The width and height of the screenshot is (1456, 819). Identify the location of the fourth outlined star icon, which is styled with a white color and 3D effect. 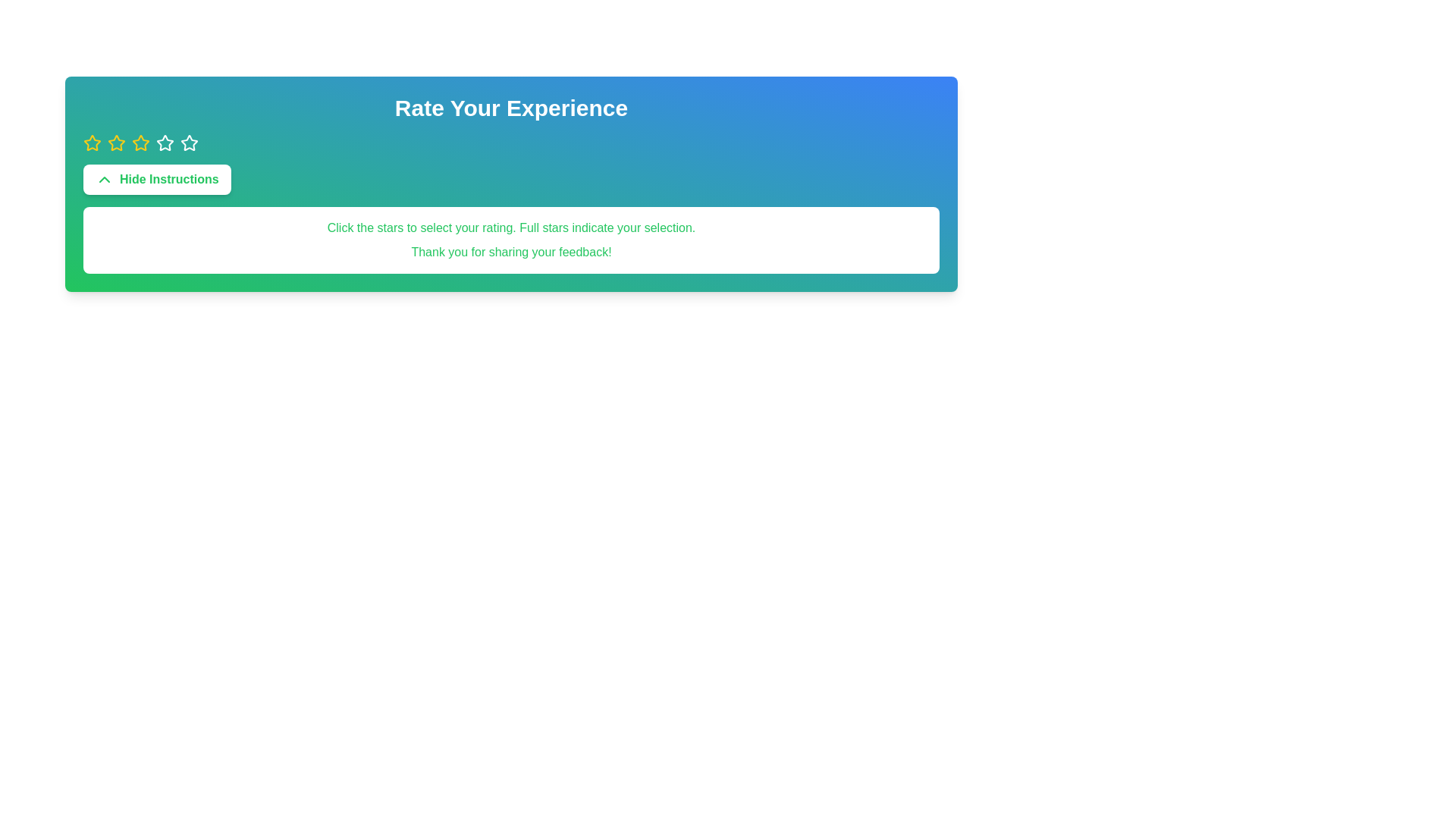
(165, 143).